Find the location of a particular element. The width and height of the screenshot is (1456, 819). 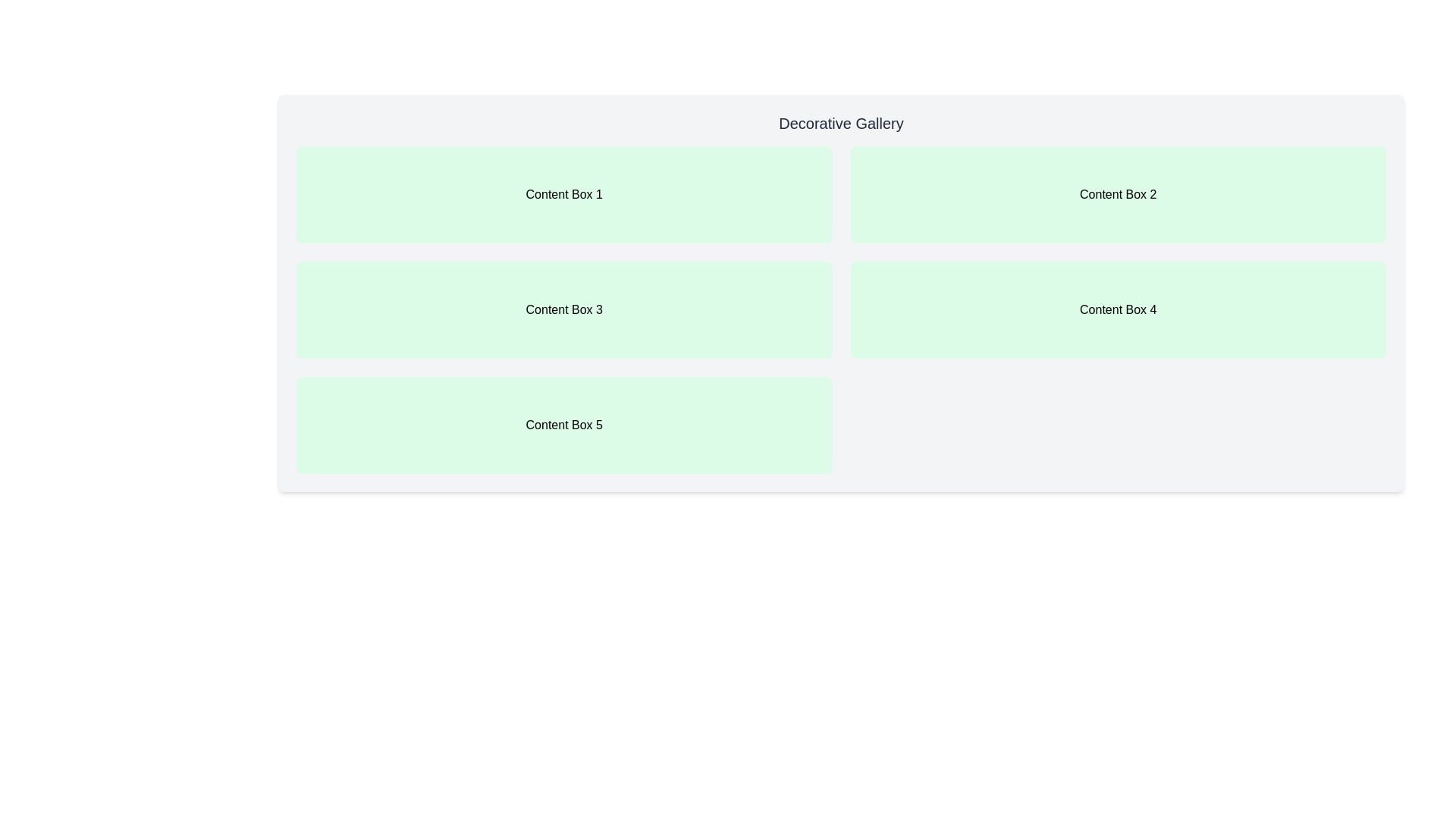

the static content box labeled 'Content Box 5', which has a light green background and centered black text, located in the bottom-left corner of the grid layout is located at coordinates (563, 425).